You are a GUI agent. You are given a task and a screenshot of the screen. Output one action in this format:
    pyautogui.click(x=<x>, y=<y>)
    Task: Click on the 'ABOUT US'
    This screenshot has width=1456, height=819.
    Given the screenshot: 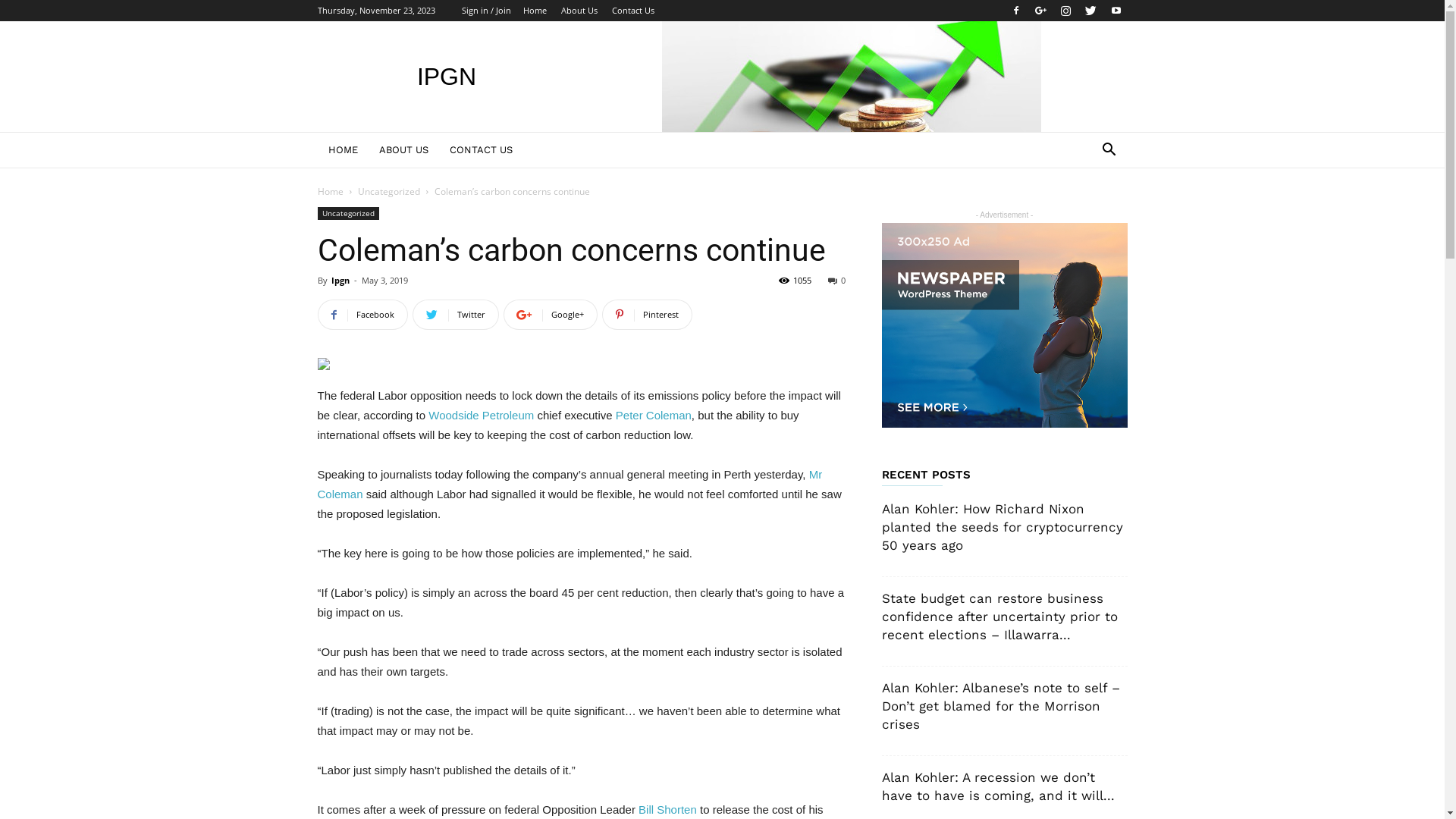 What is the action you would take?
    pyautogui.click(x=368, y=149)
    